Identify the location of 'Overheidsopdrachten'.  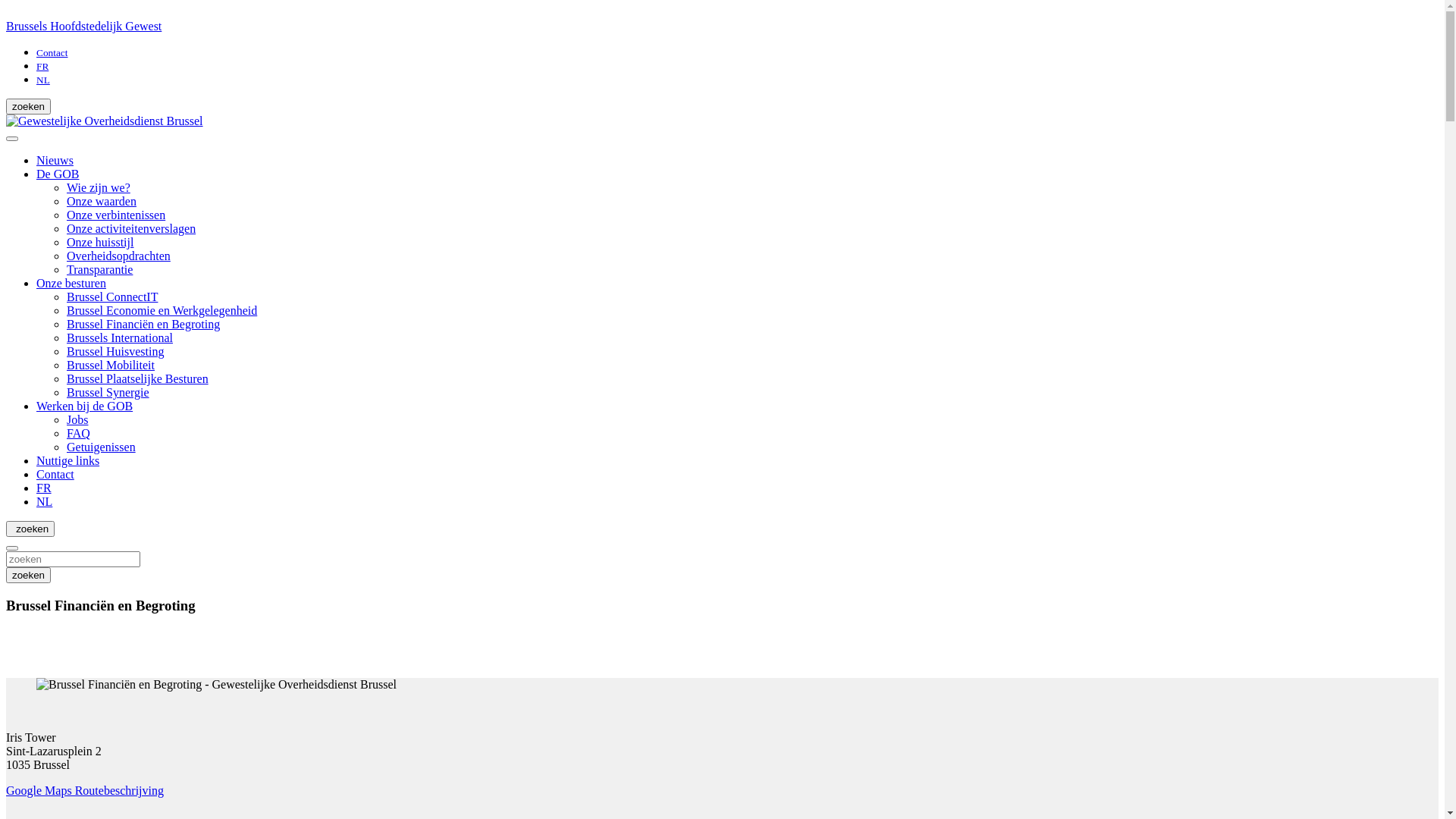
(118, 255).